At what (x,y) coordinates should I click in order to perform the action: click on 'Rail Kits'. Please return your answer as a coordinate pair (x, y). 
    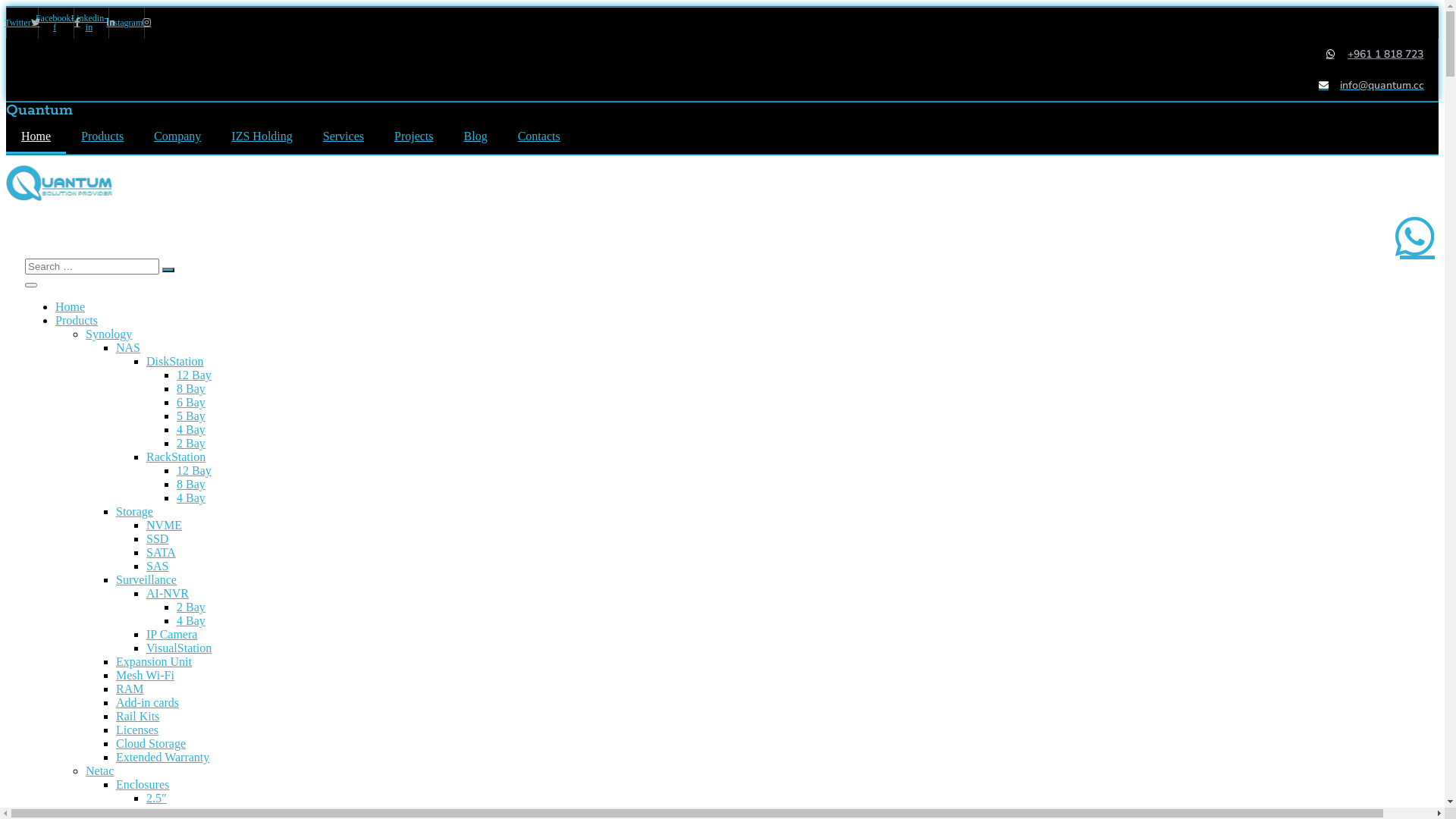
    Looking at the image, I should click on (137, 716).